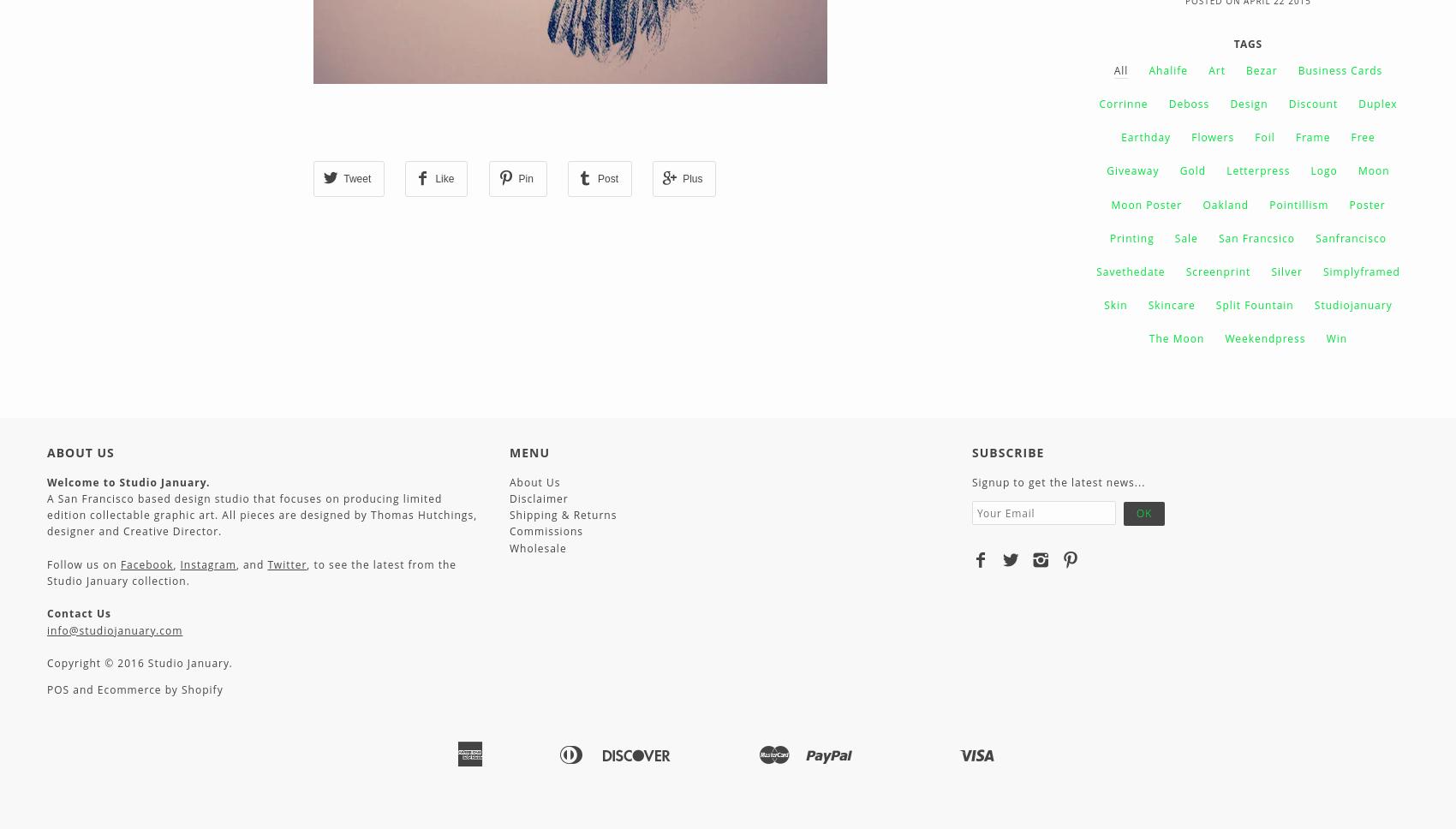  I want to click on 'POS', so click(58, 689).